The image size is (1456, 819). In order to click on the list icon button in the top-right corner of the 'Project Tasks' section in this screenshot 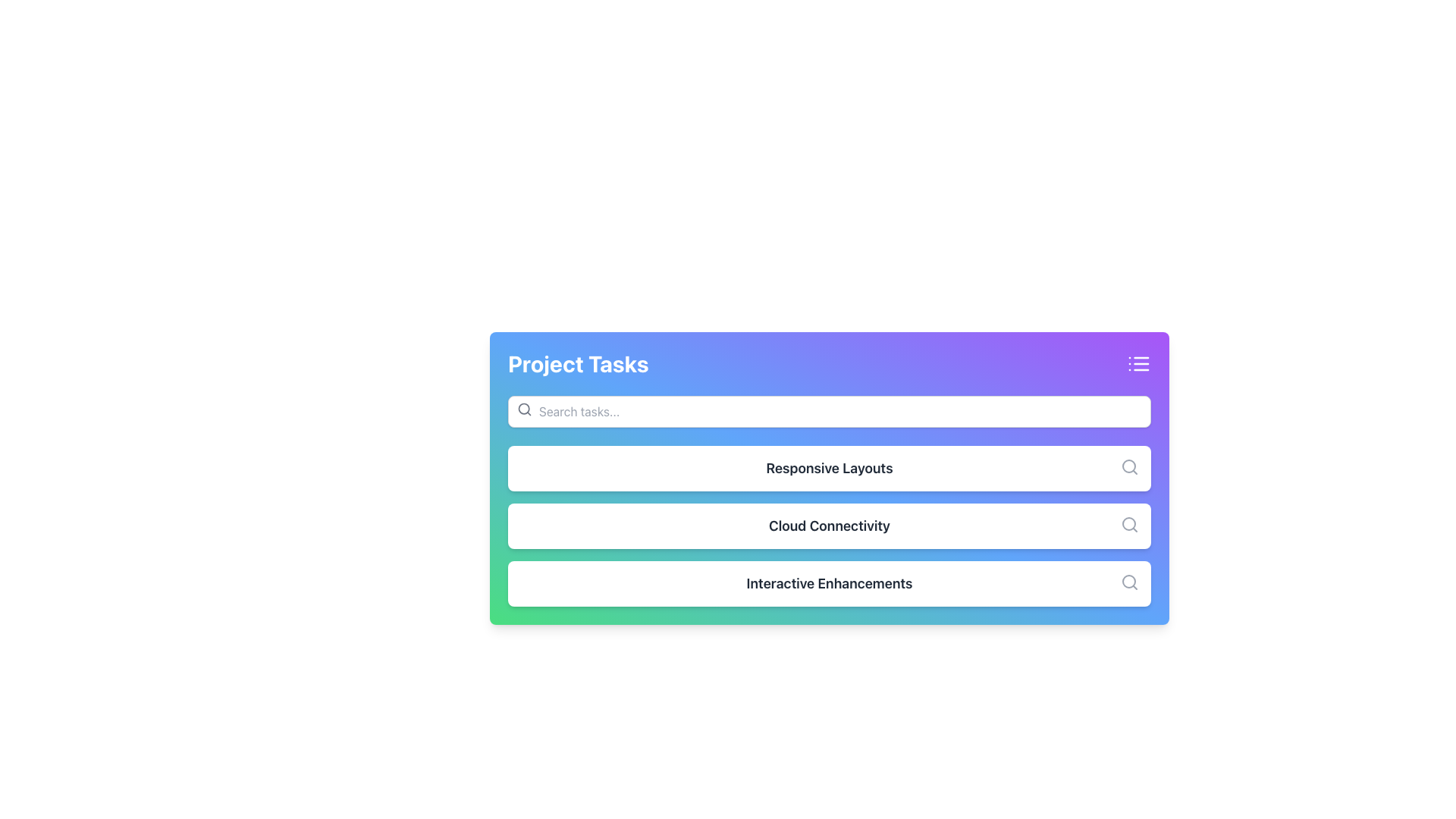, I will do `click(1139, 363)`.